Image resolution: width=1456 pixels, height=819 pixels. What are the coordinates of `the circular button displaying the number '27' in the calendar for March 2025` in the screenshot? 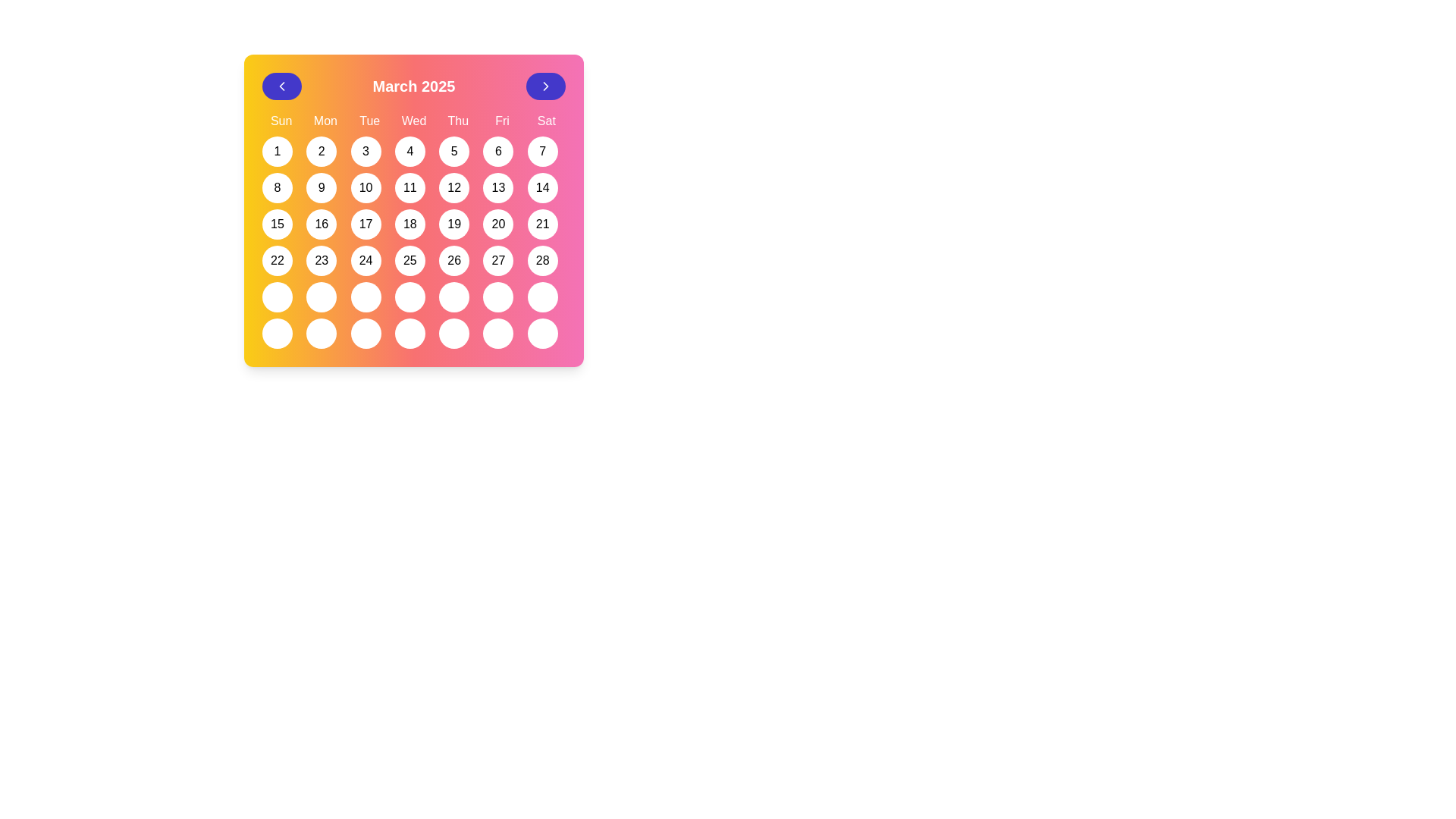 It's located at (498, 259).